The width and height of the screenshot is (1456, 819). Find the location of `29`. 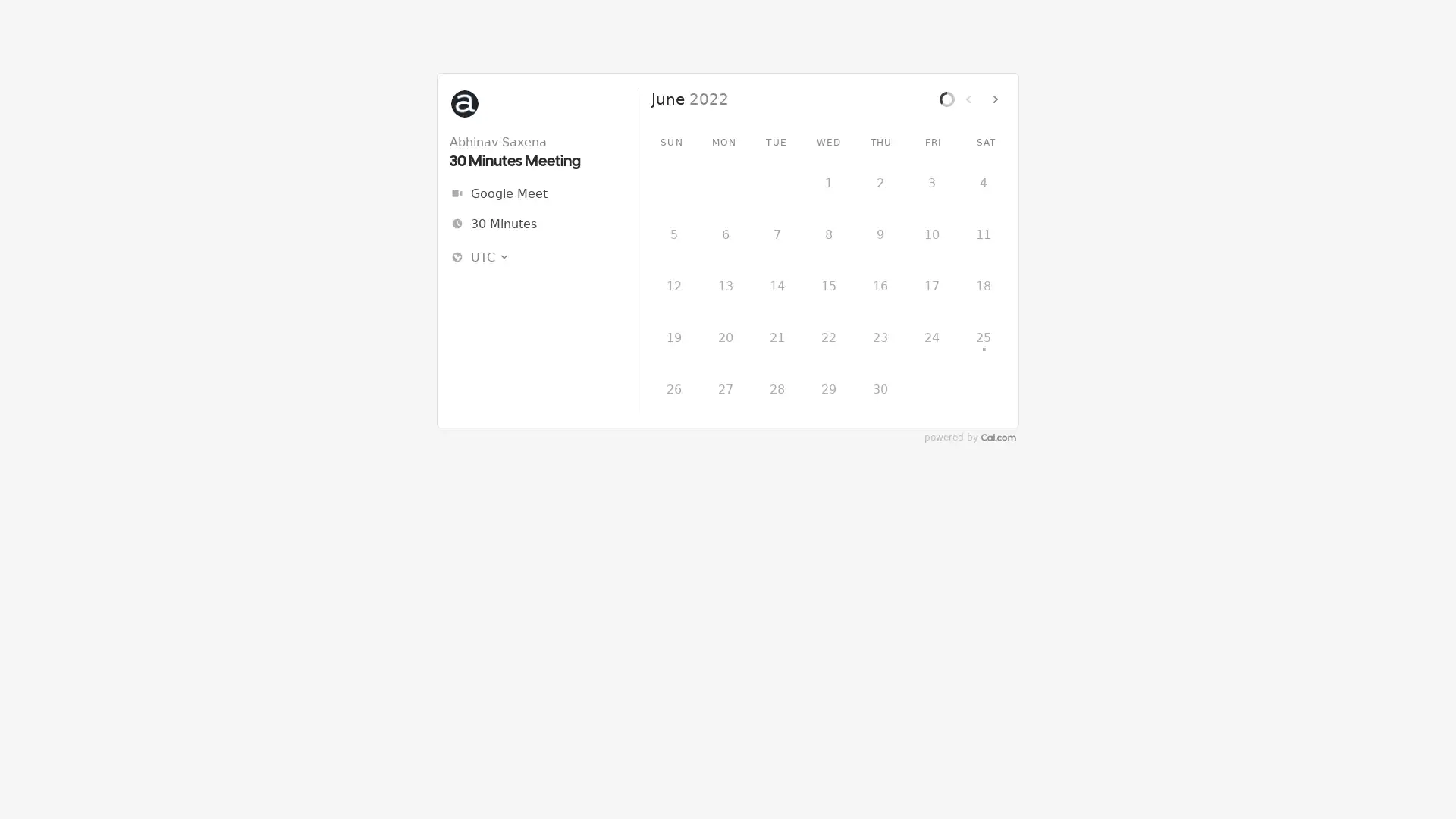

29 is located at coordinates (828, 388).